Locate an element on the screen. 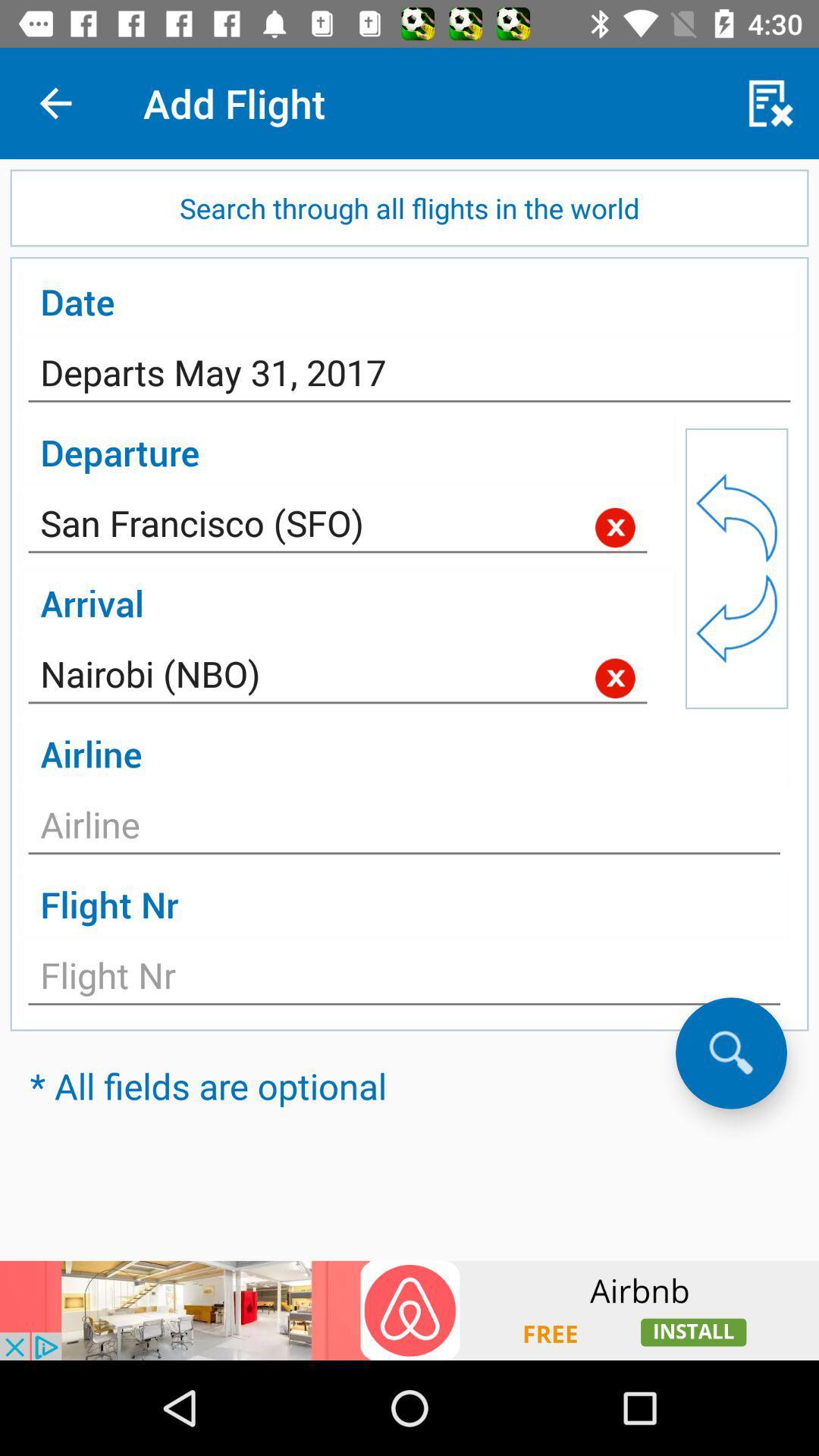  the search icon is located at coordinates (730, 1052).